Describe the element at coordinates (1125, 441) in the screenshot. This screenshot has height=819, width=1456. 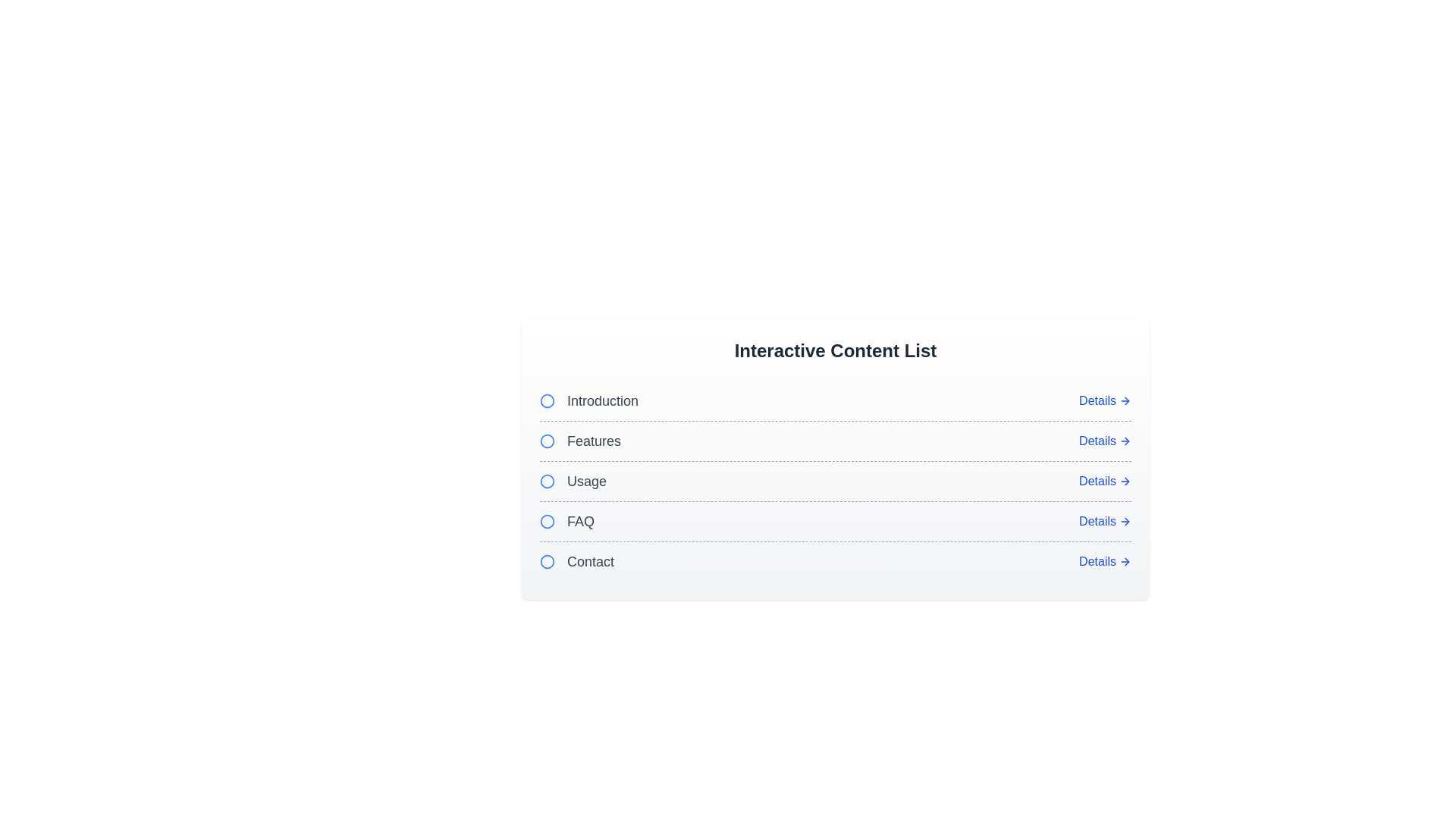
I see `the right-pointing arrow icon with a blue stroke located immediately after the 'Details' text label in the second row of the list` at that location.